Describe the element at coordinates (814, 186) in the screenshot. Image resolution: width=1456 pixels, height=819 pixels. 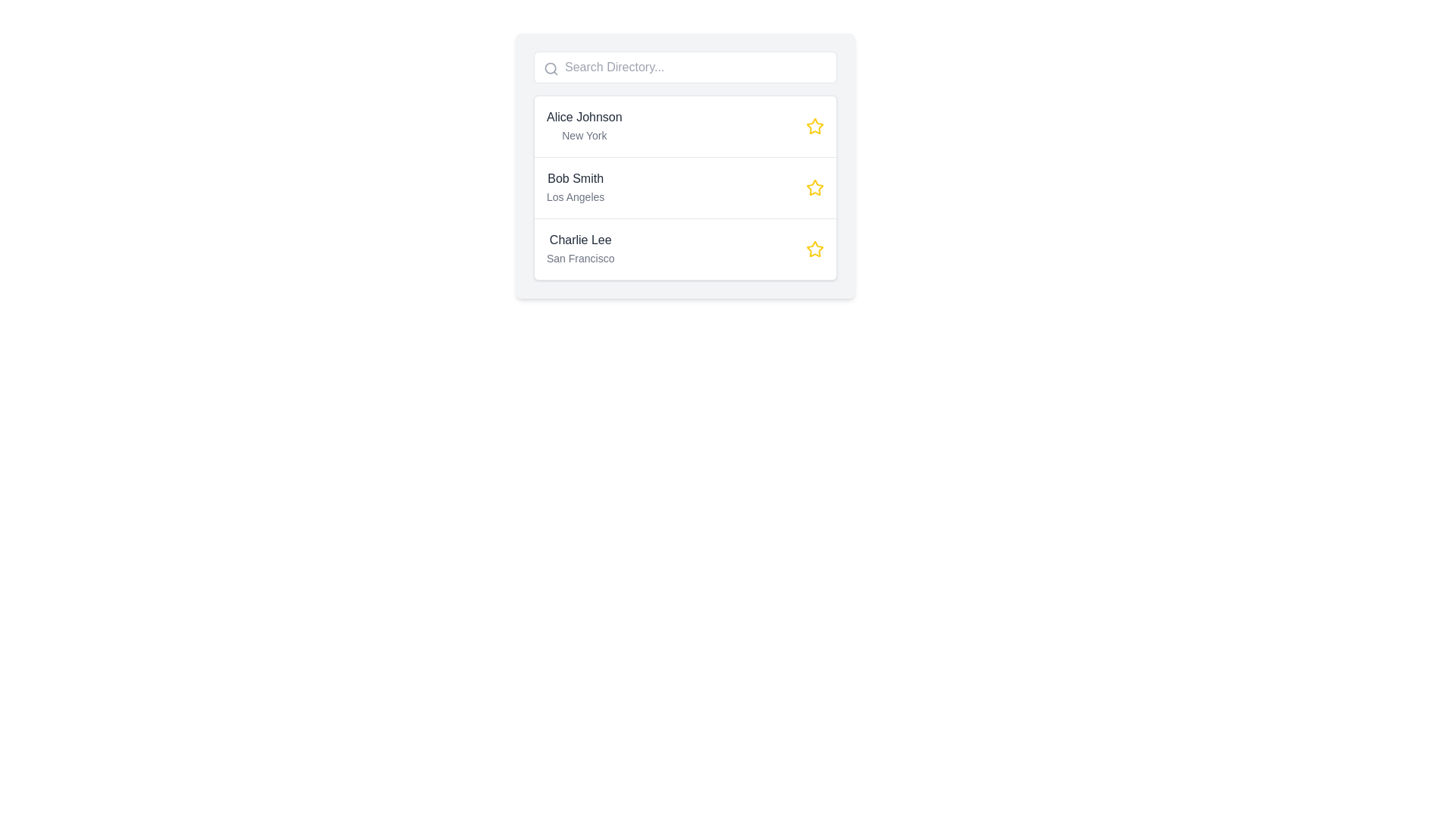
I see `the star marker icon located near 'Bob Smith'` at that location.